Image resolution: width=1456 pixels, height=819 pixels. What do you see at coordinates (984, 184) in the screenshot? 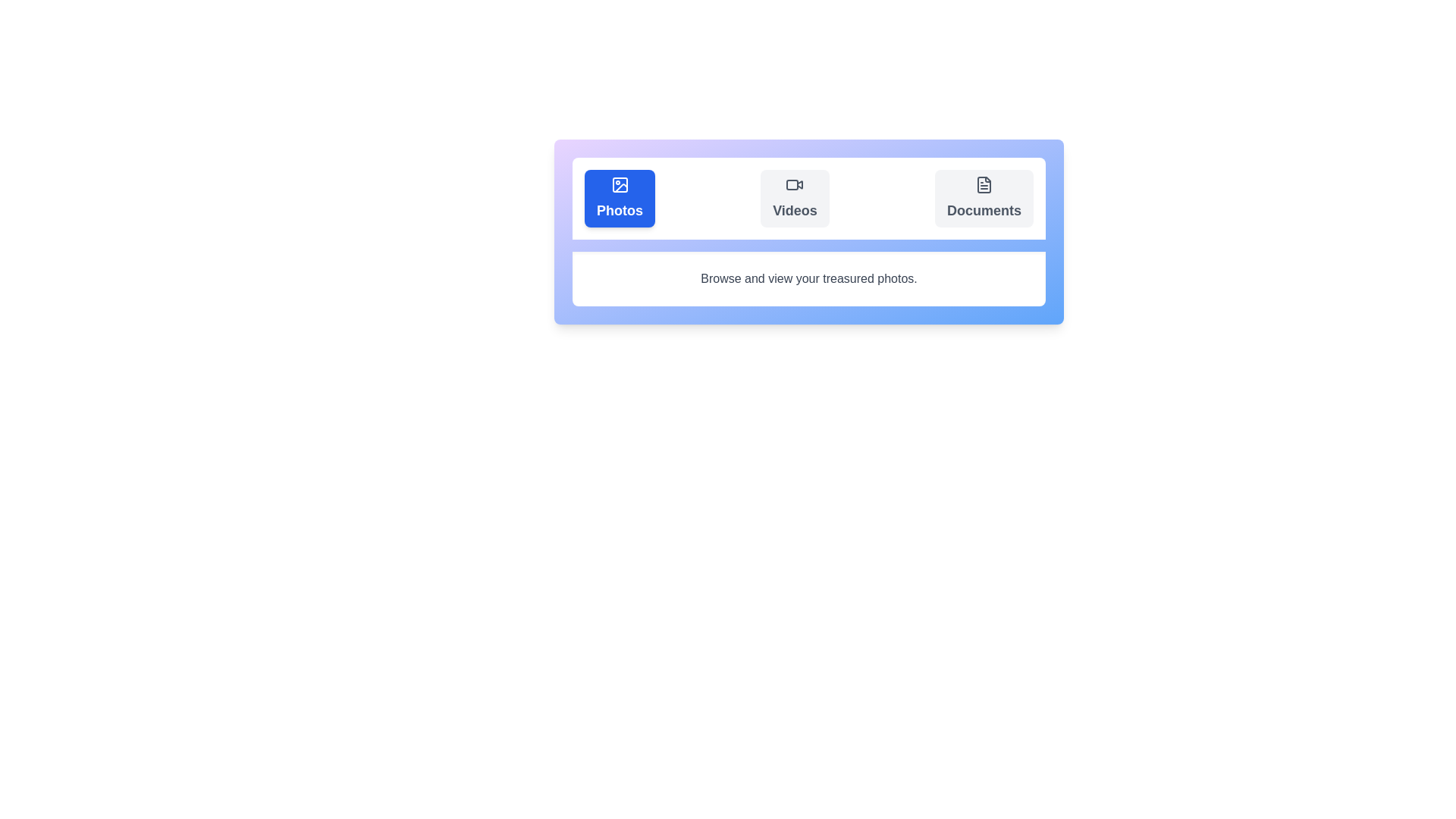
I see `the document icon located at the top of the 'Documents' section, which is the third option from the left in the horizontally aligned menu bar` at bounding box center [984, 184].